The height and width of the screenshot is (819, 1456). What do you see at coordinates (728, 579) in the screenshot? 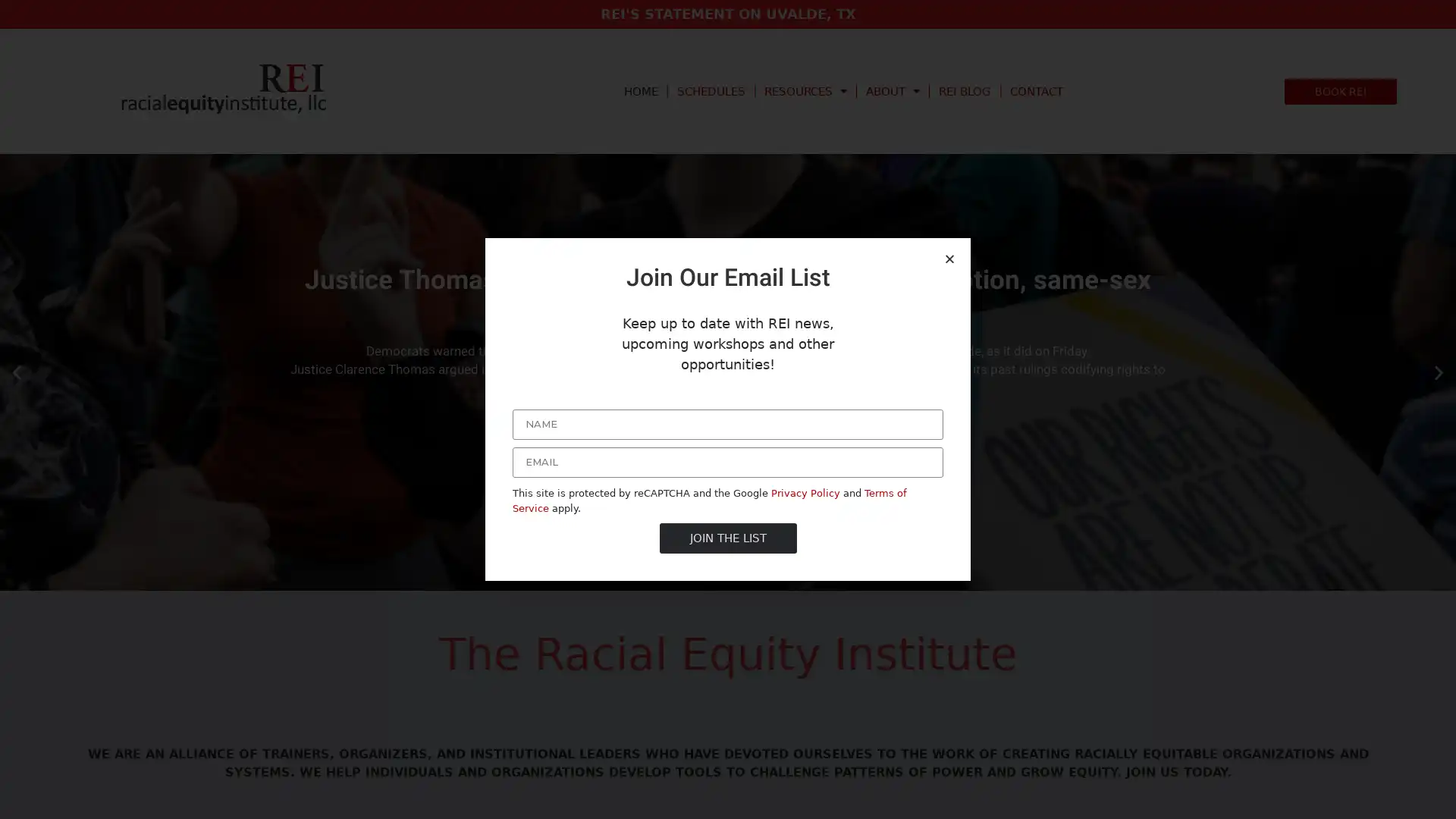
I see `Go to slide 2` at bounding box center [728, 579].